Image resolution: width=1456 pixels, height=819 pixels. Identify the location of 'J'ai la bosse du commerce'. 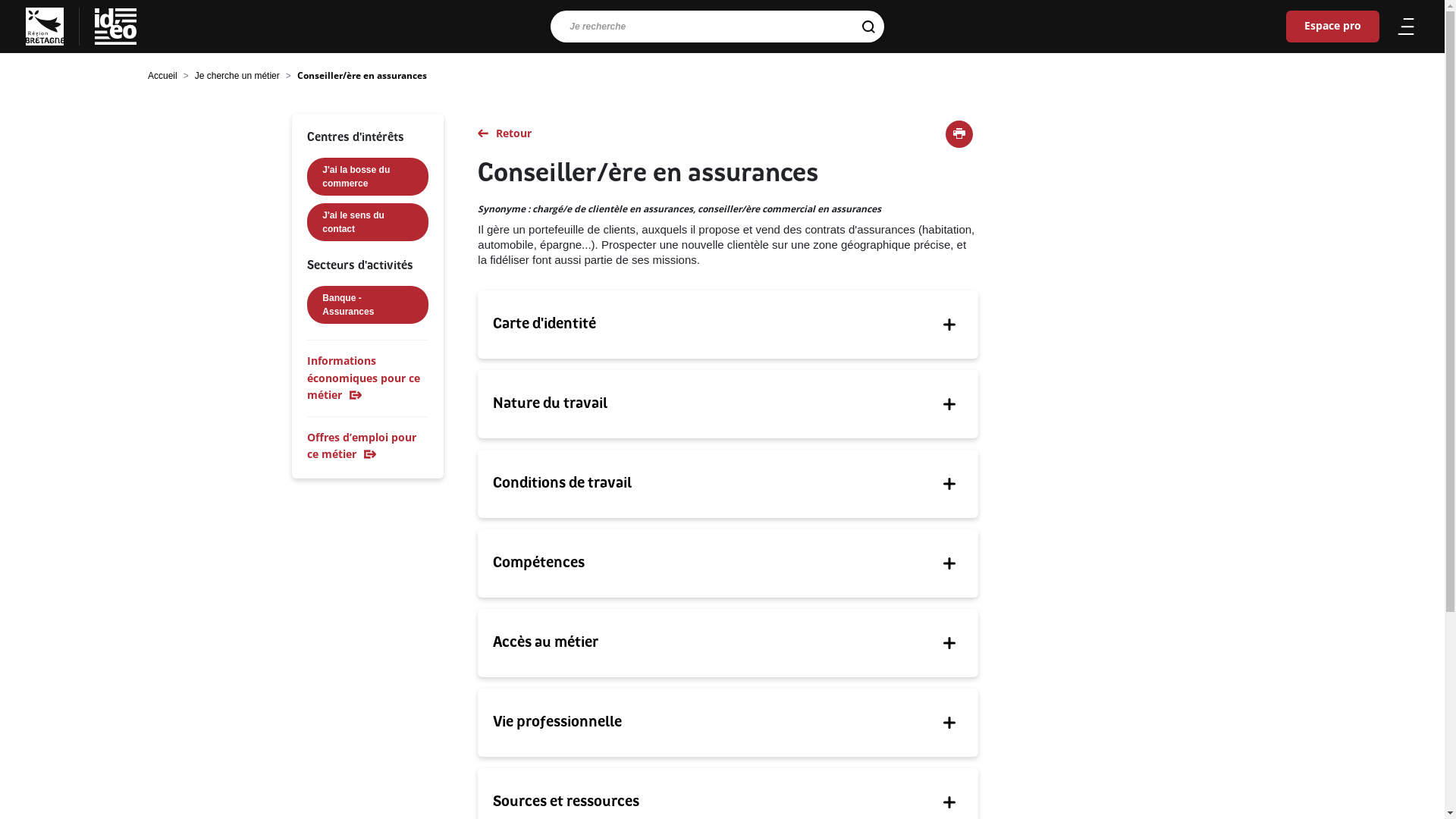
(367, 175).